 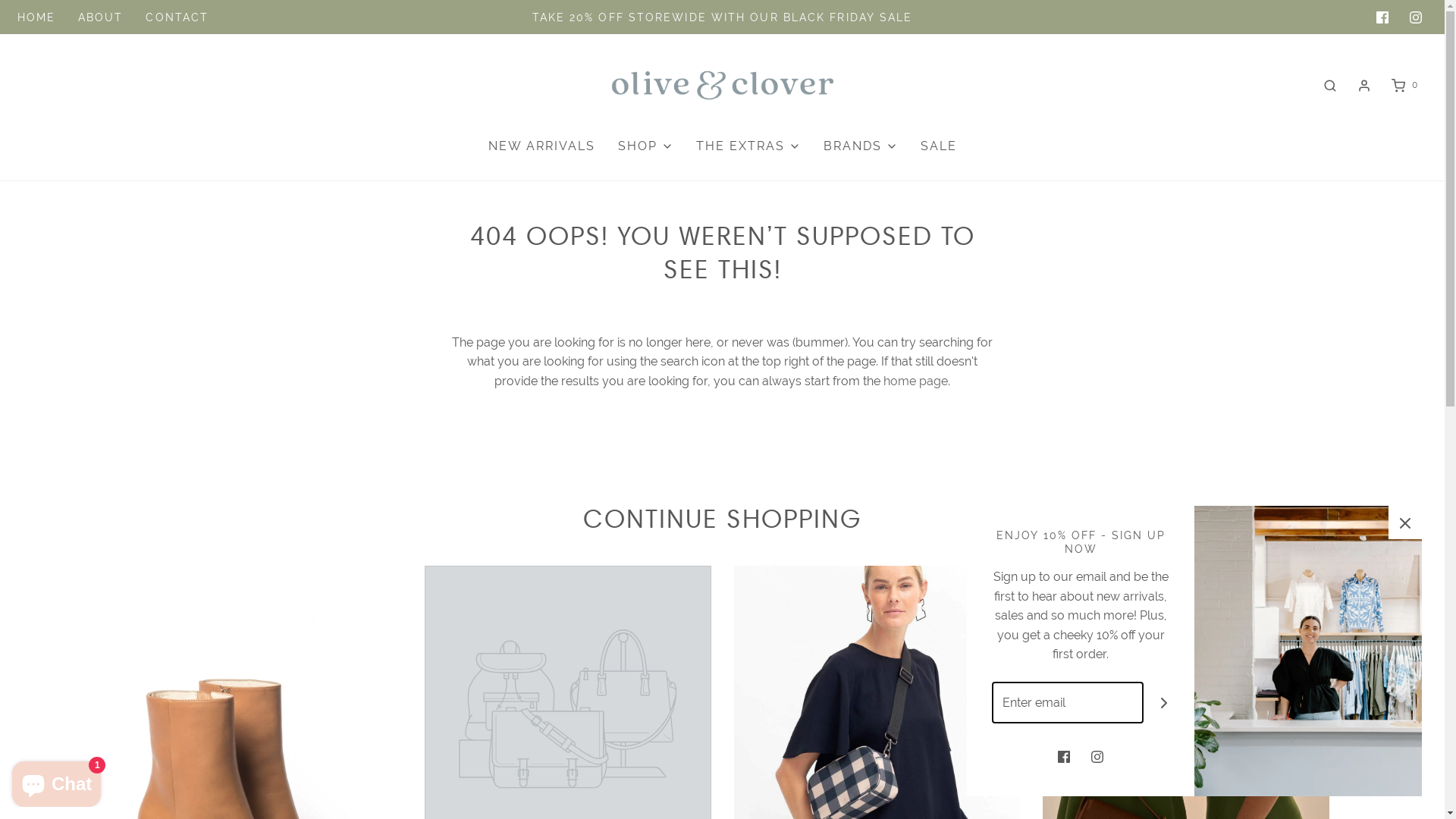 I want to click on '0', so click(x=1402, y=85).